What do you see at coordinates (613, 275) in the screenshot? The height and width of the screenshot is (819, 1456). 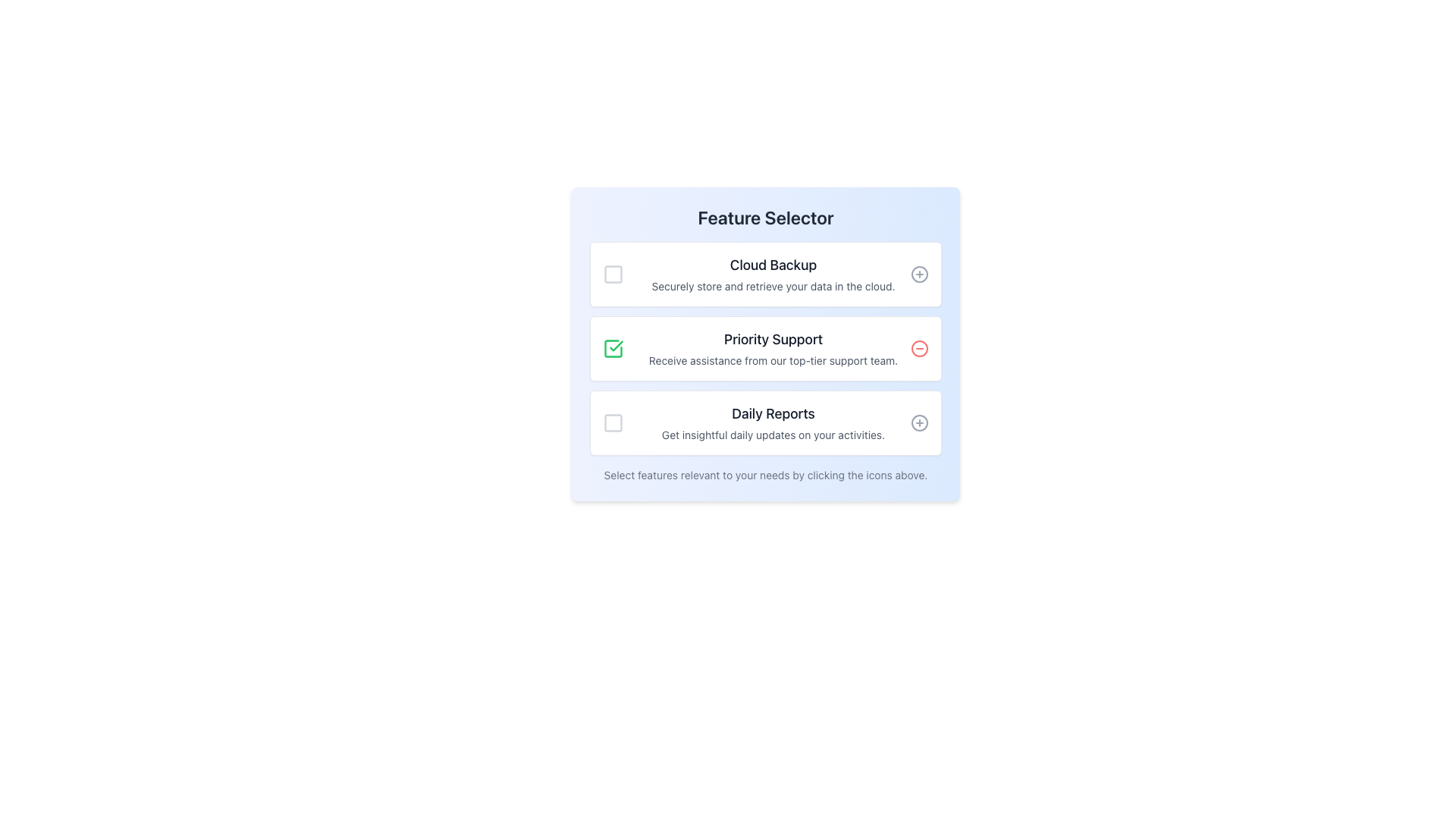 I see `the Checkbox-style icon for 'Cloud Backup'` at bounding box center [613, 275].